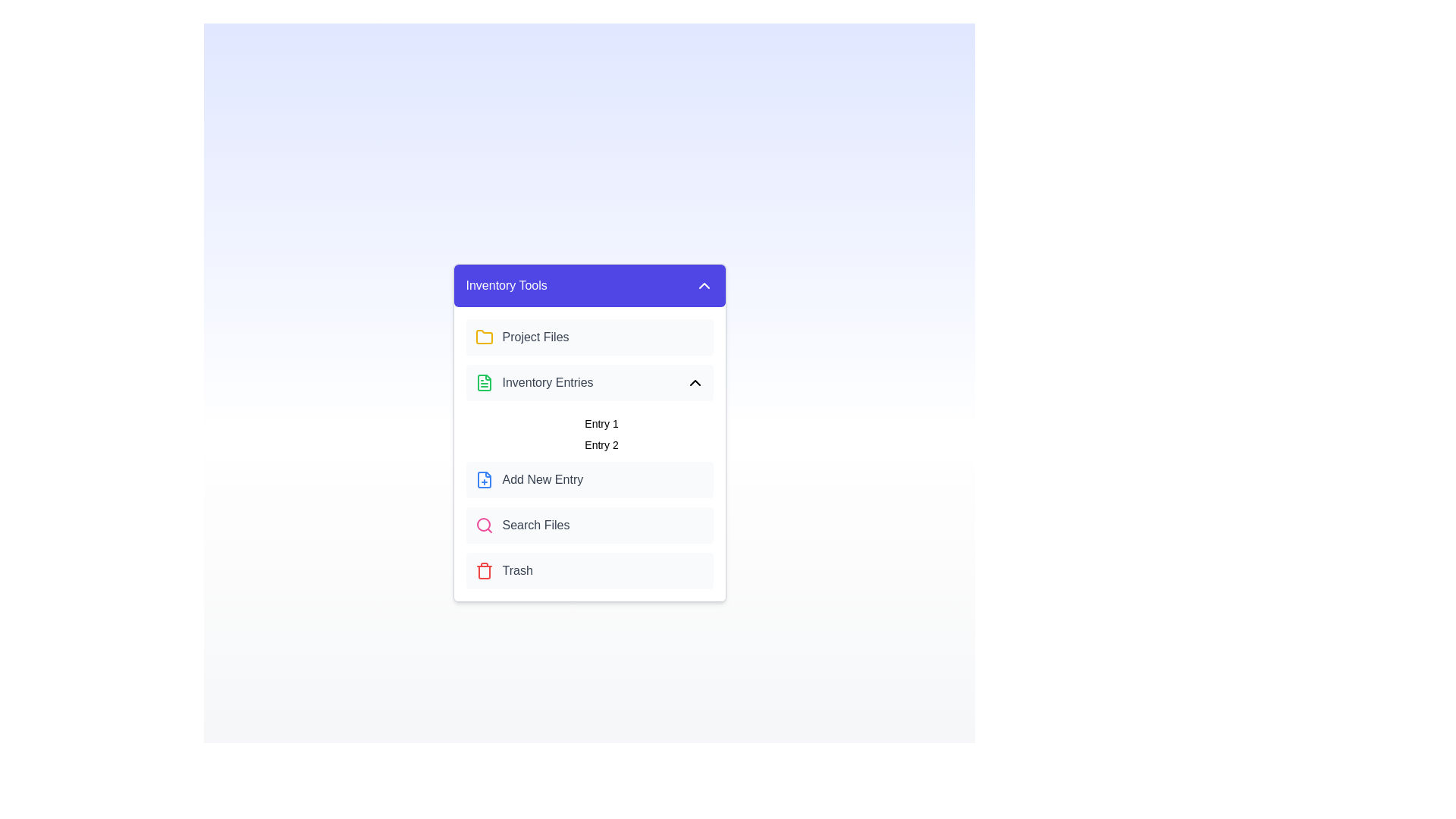  What do you see at coordinates (542, 479) in the screenshot?
I see `the text label that serves as an action trigger for adding a new entry in the inventory application, located under the 'Inventory Entries' section and above 'Search Files'` at bounding box center [542, 479].